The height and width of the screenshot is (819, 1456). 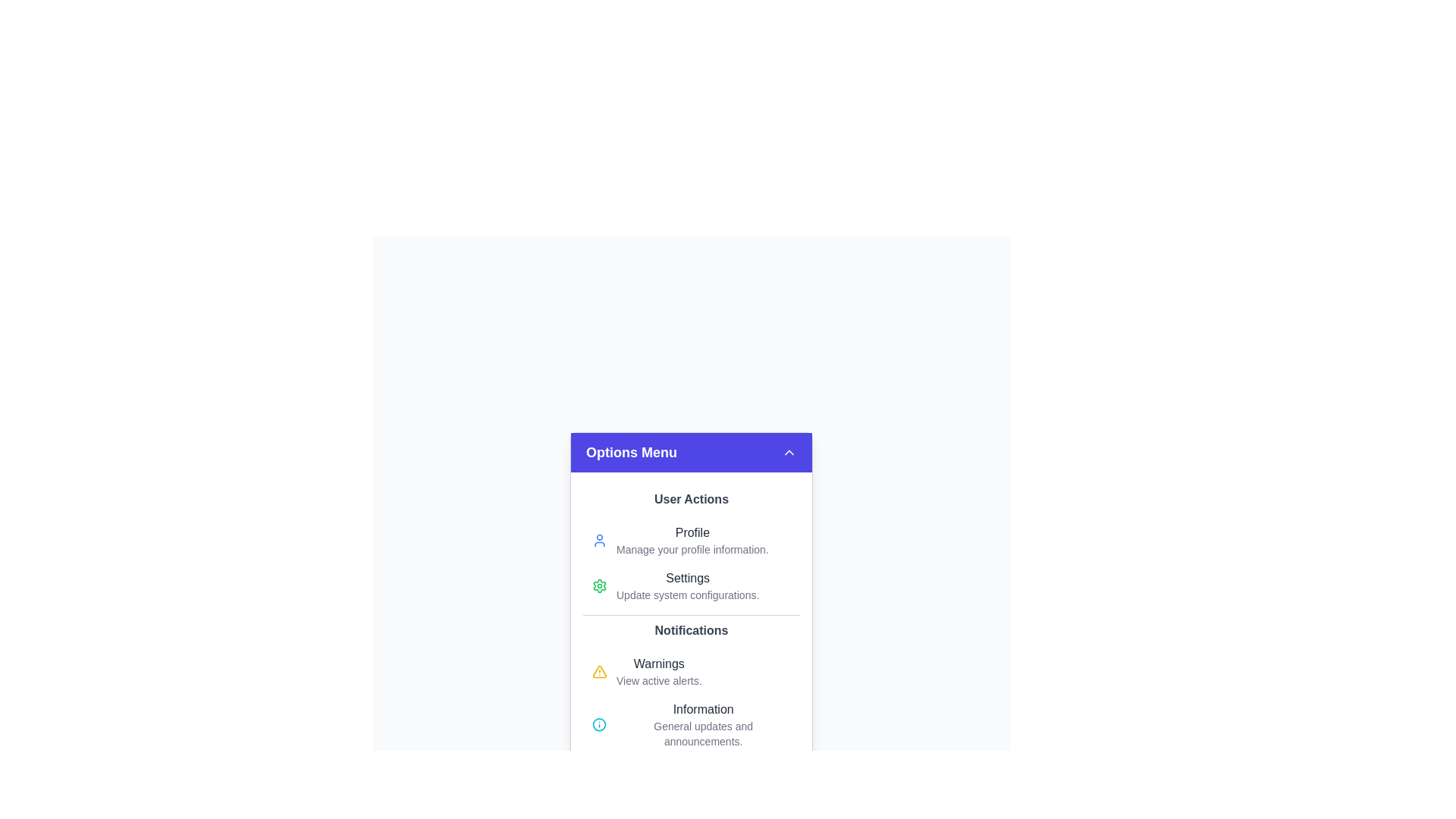 I want to click on the 'Information' menu item, which consists of a bold dark gray title and a lighter description, located below the 'Warnings' item in the 'Options Menu' dropdown, so click(x=702, y=724).